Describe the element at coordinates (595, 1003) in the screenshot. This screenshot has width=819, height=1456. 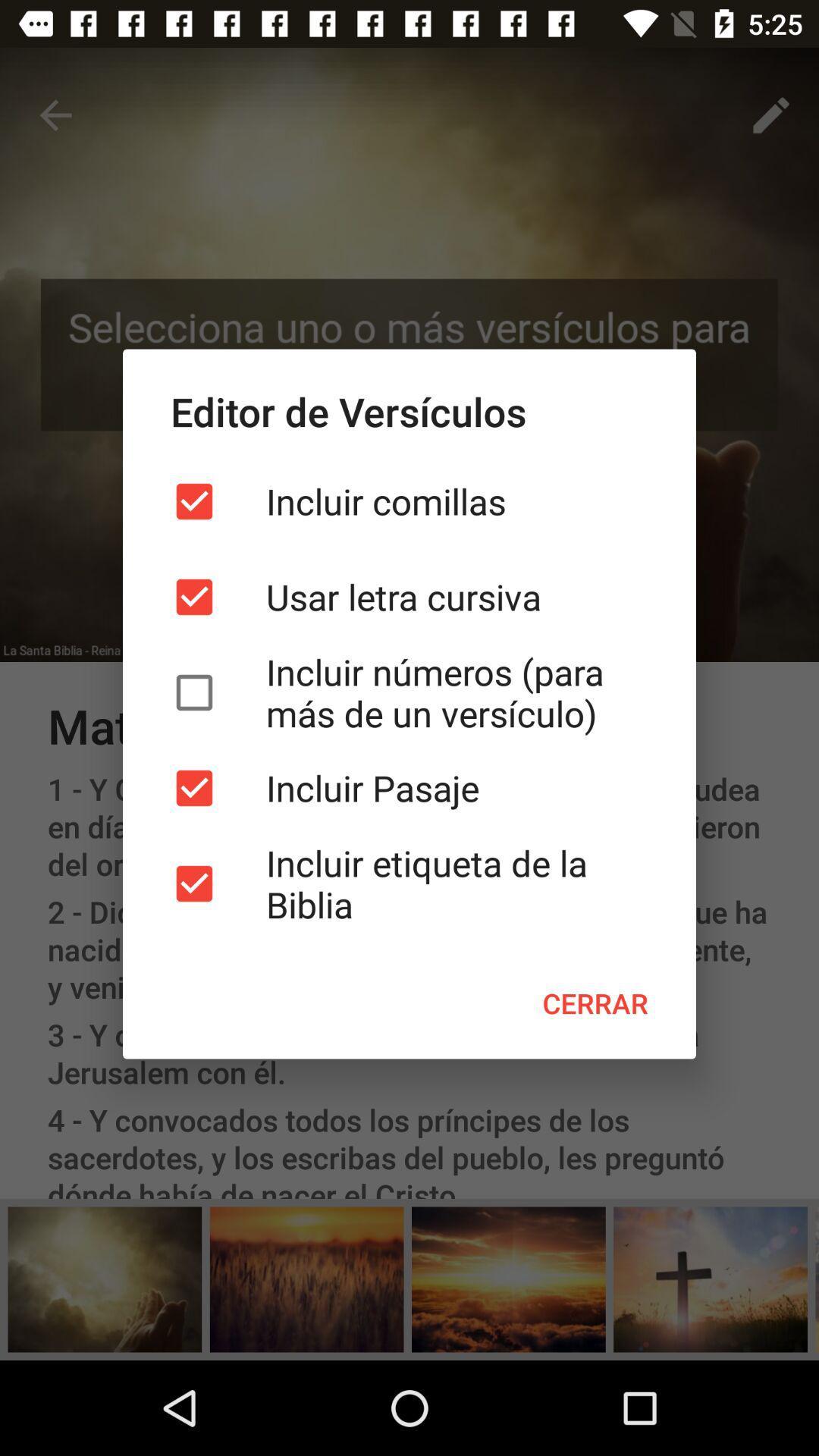
I see `item below incluir etiqueta de` at that location.